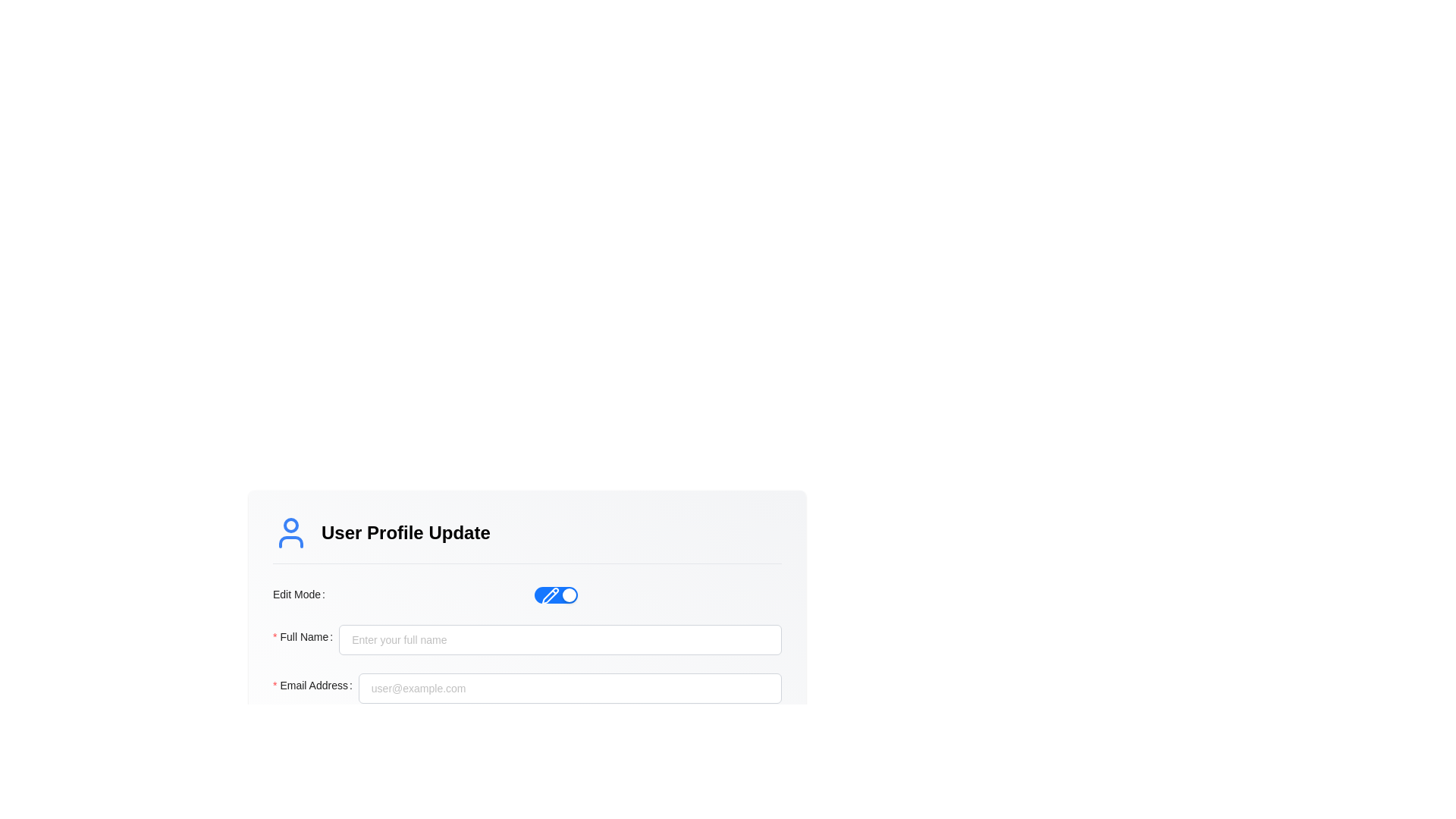 The height and width of the screenshot is (819, 1456). What do you see at coordinates (556, 593) in the screenshot?
I see `the toggle switch located to the right of the 'Edit Mode' label in the user profile update form` at bounding box center [556, 593].